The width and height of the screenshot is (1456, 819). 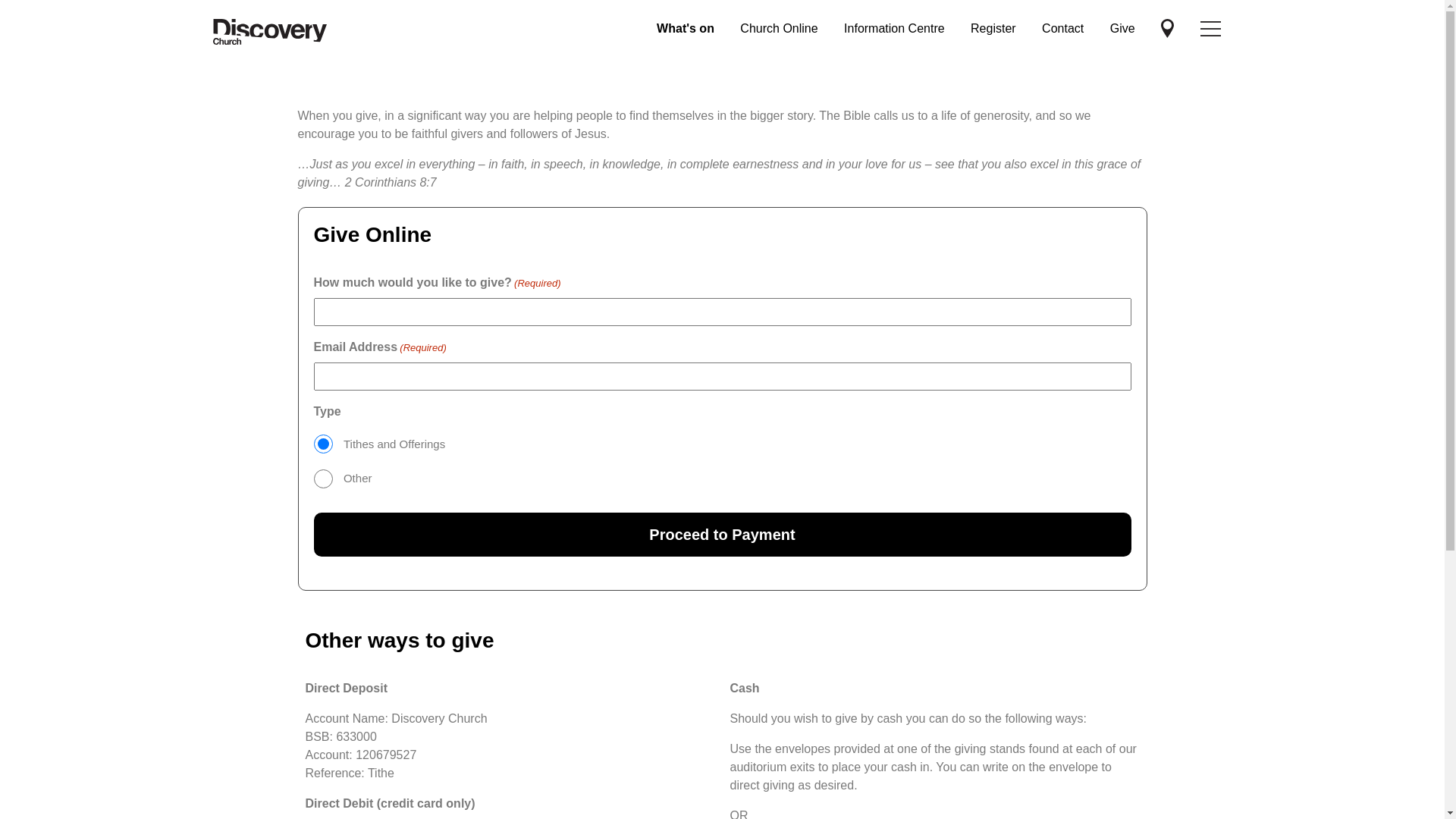 I want to click on 'Discovery Church', so click(x=1166, y=28).